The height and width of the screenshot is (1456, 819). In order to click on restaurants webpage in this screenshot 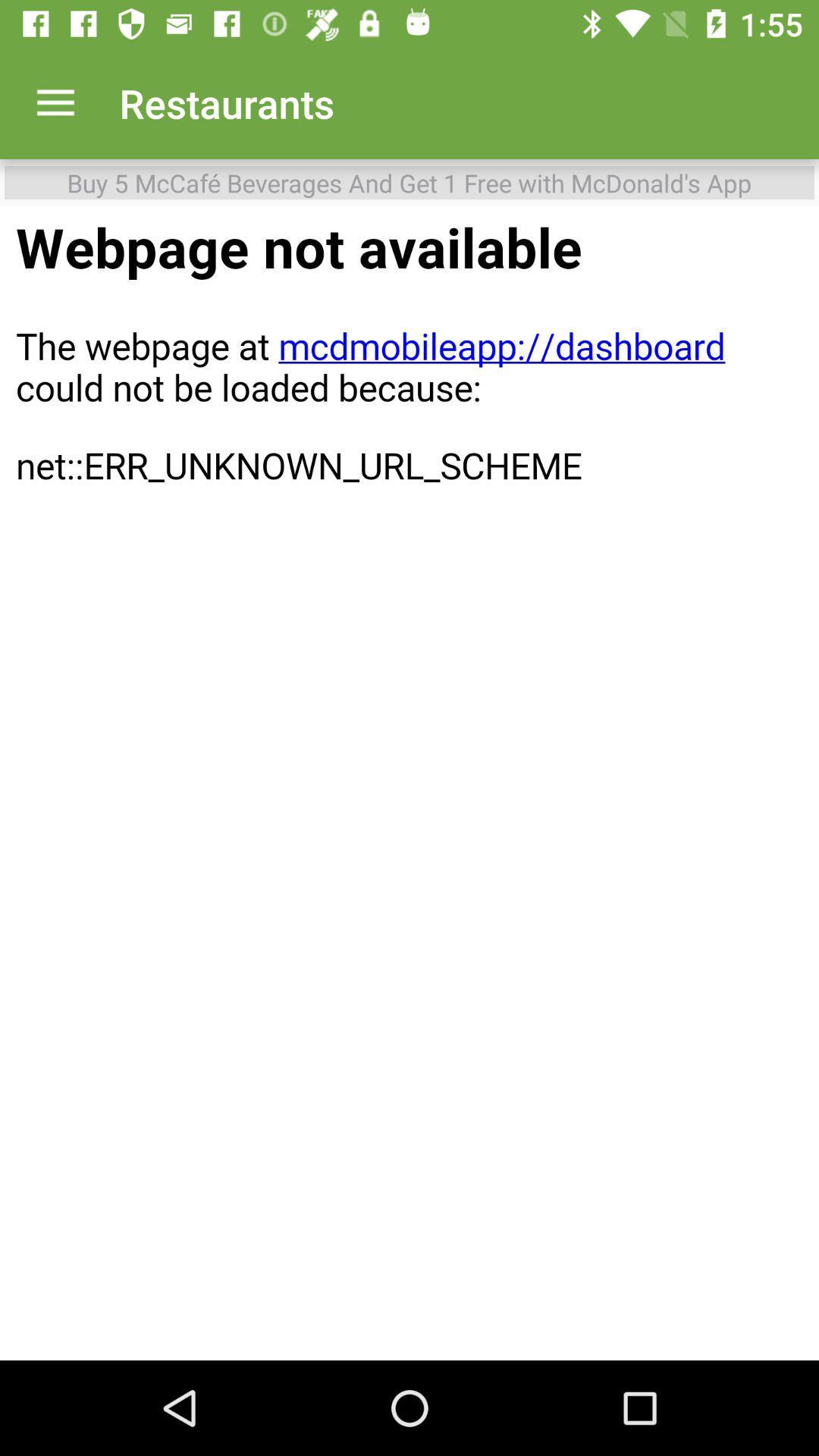, I will do `click(409, 783)`.